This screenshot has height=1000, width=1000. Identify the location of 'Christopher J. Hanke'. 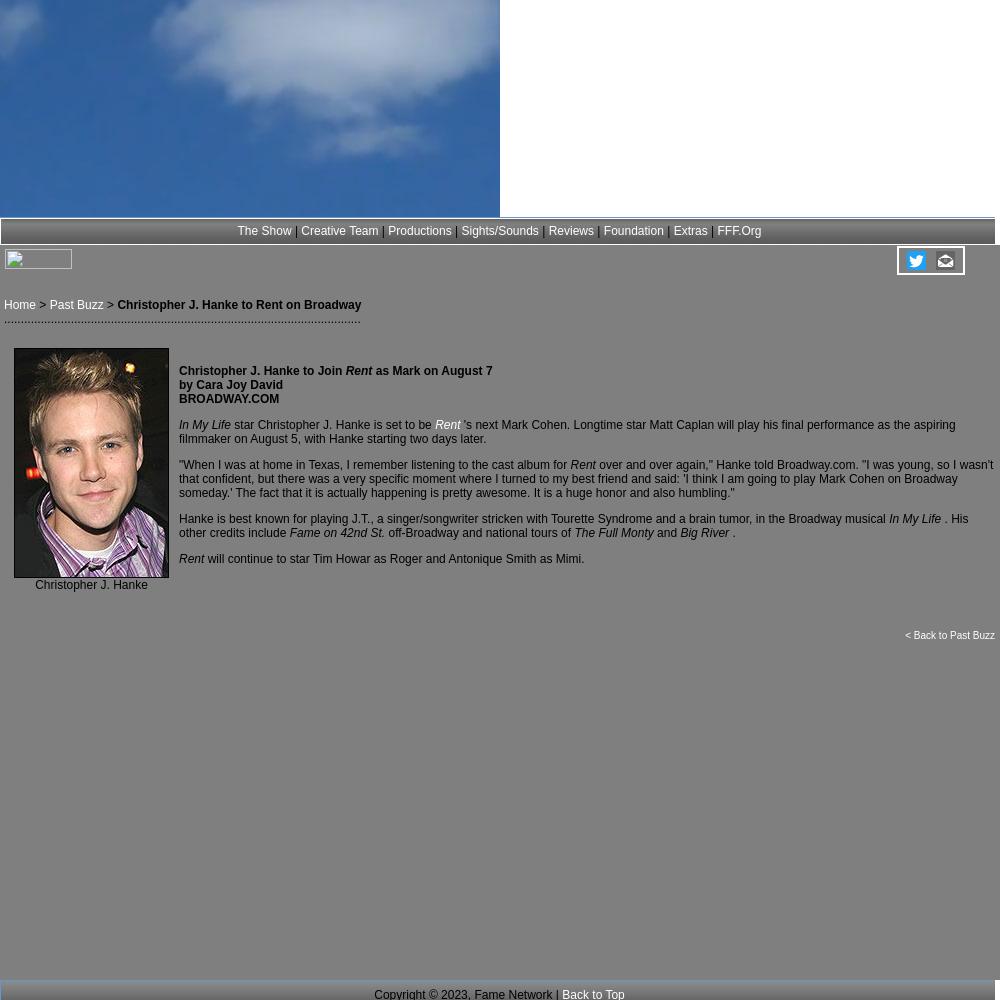
(35, 584).